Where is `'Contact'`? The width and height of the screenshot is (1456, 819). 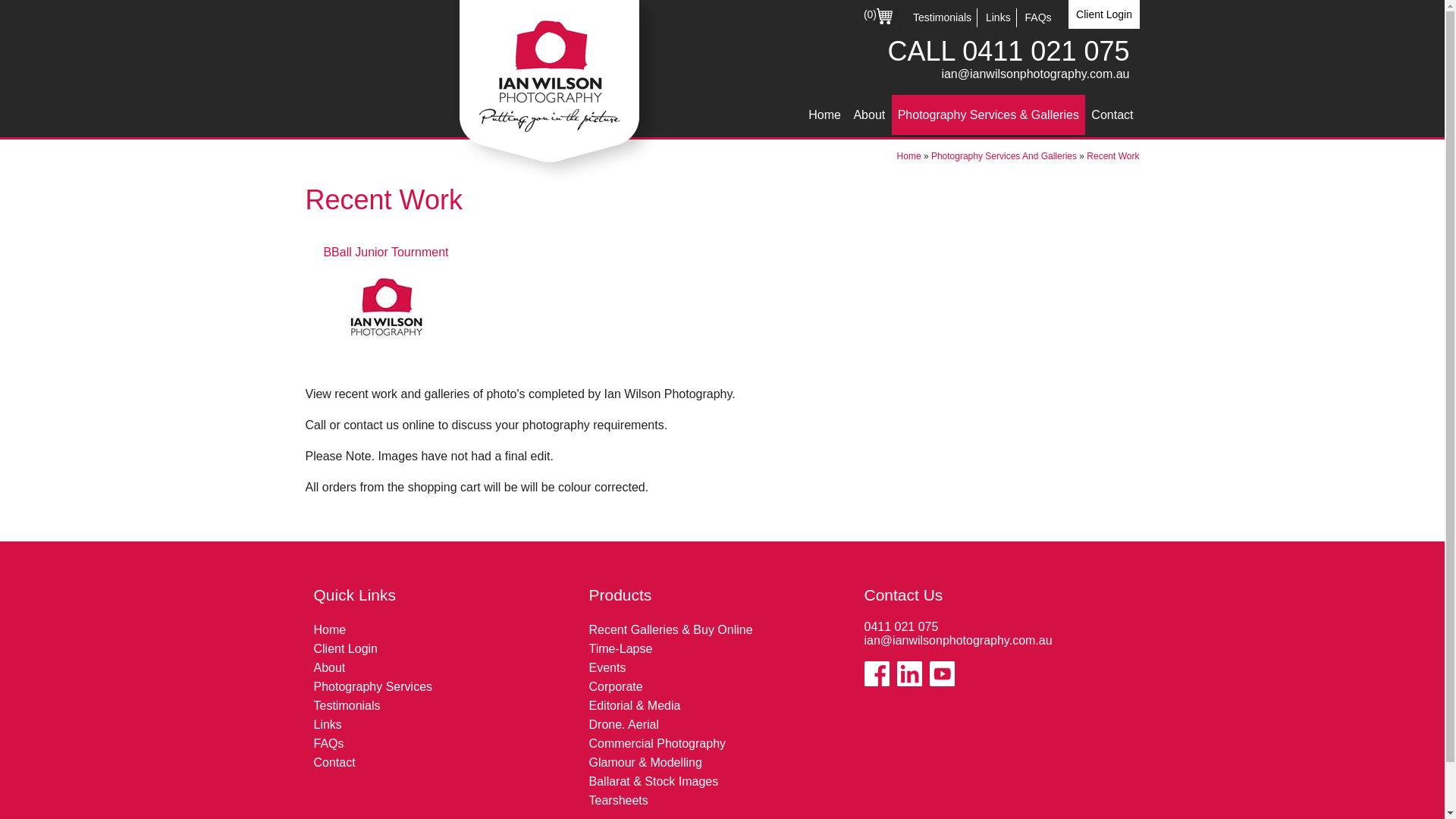
'Contact' is located at coordinates (312, 762).